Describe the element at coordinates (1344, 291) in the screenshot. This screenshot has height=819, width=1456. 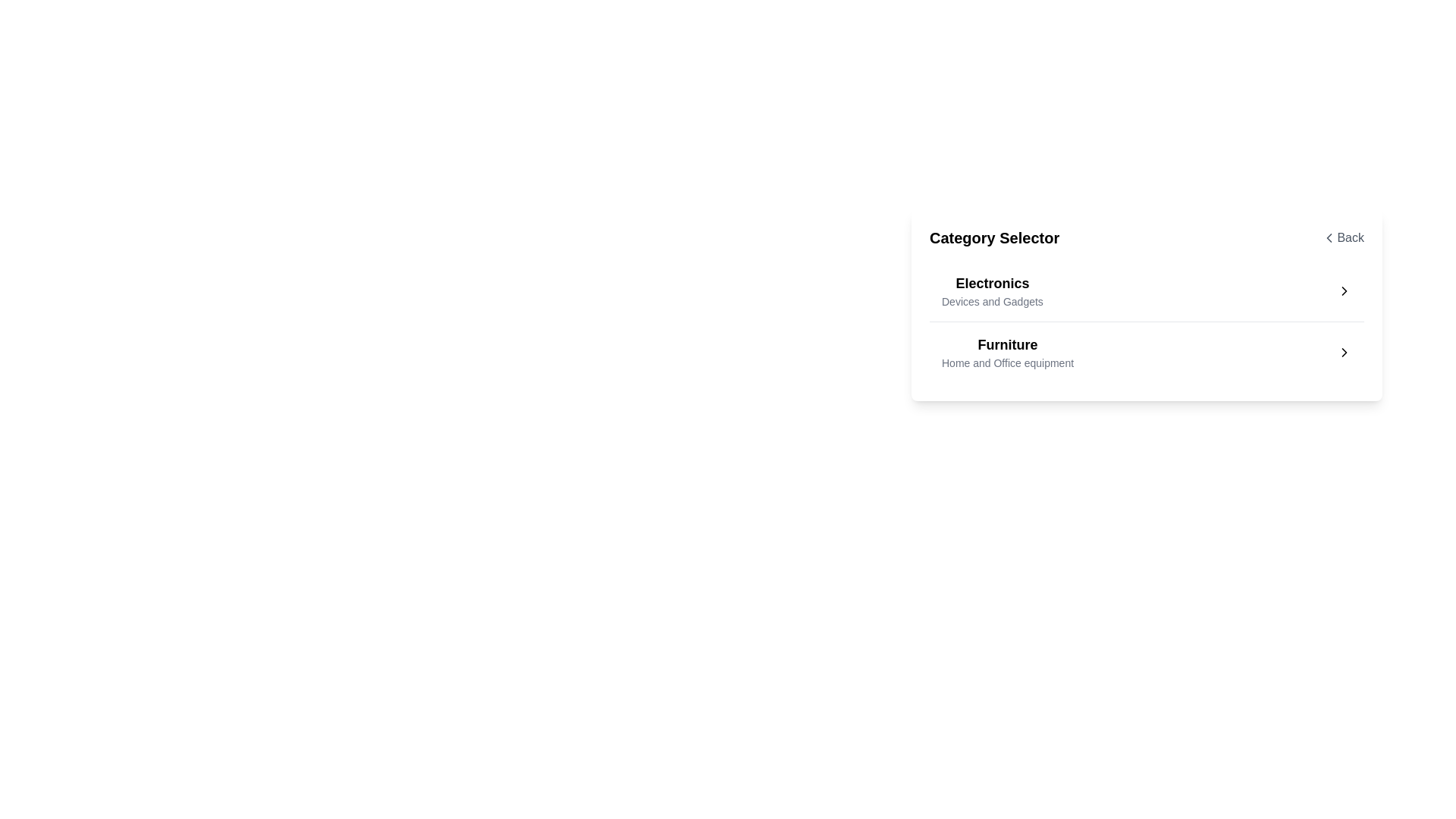
I see `the right-pointing chevron icon of the 'Electronics' entry in the Category Selector` at that location.